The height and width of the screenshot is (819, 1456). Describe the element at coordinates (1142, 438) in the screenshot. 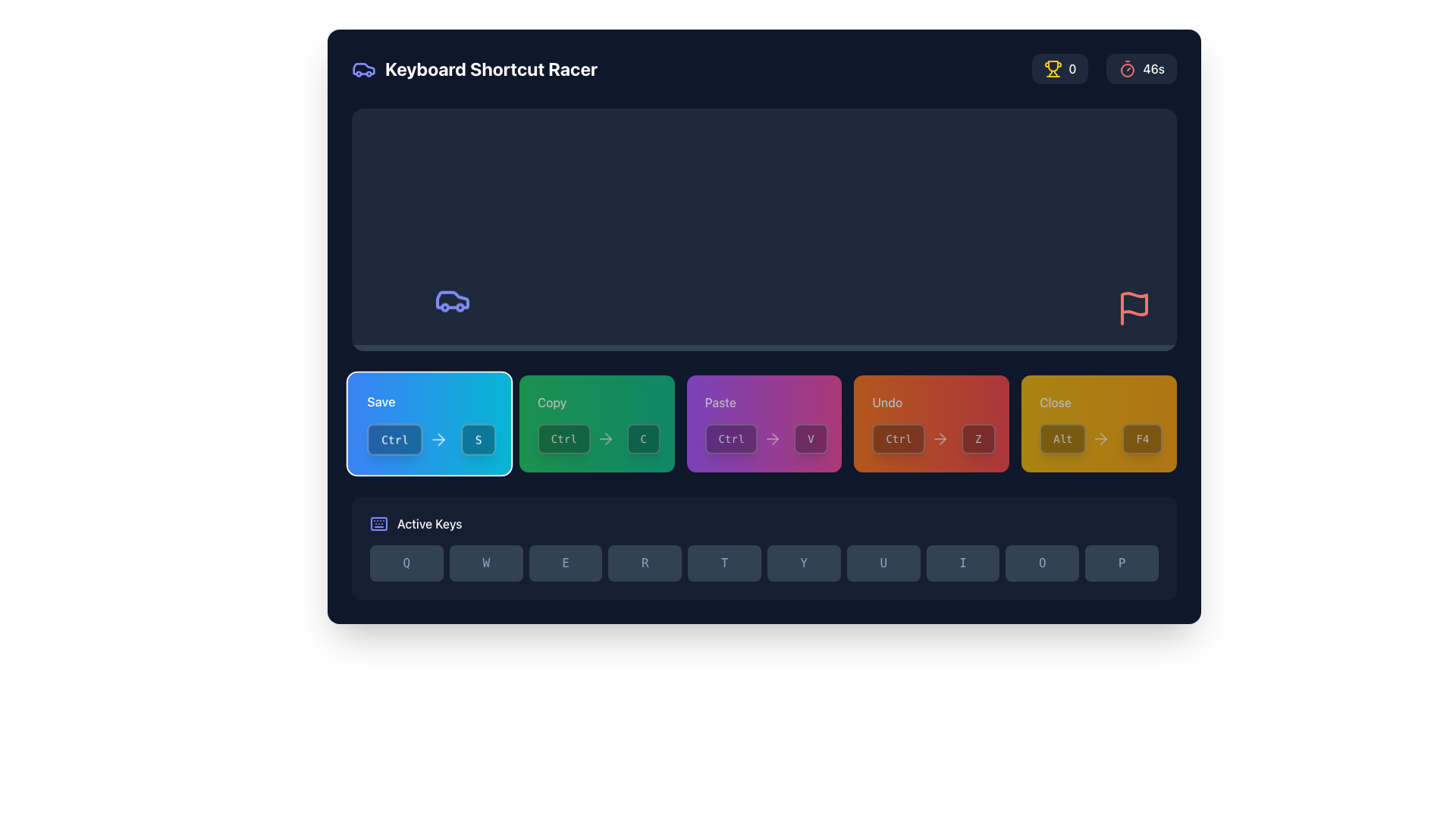

I see `the 'F4' button, which is a rectangular button with a golden brown background and white text, positioned next to the 'Alt' button in the 'Close' group of controls` at that location.